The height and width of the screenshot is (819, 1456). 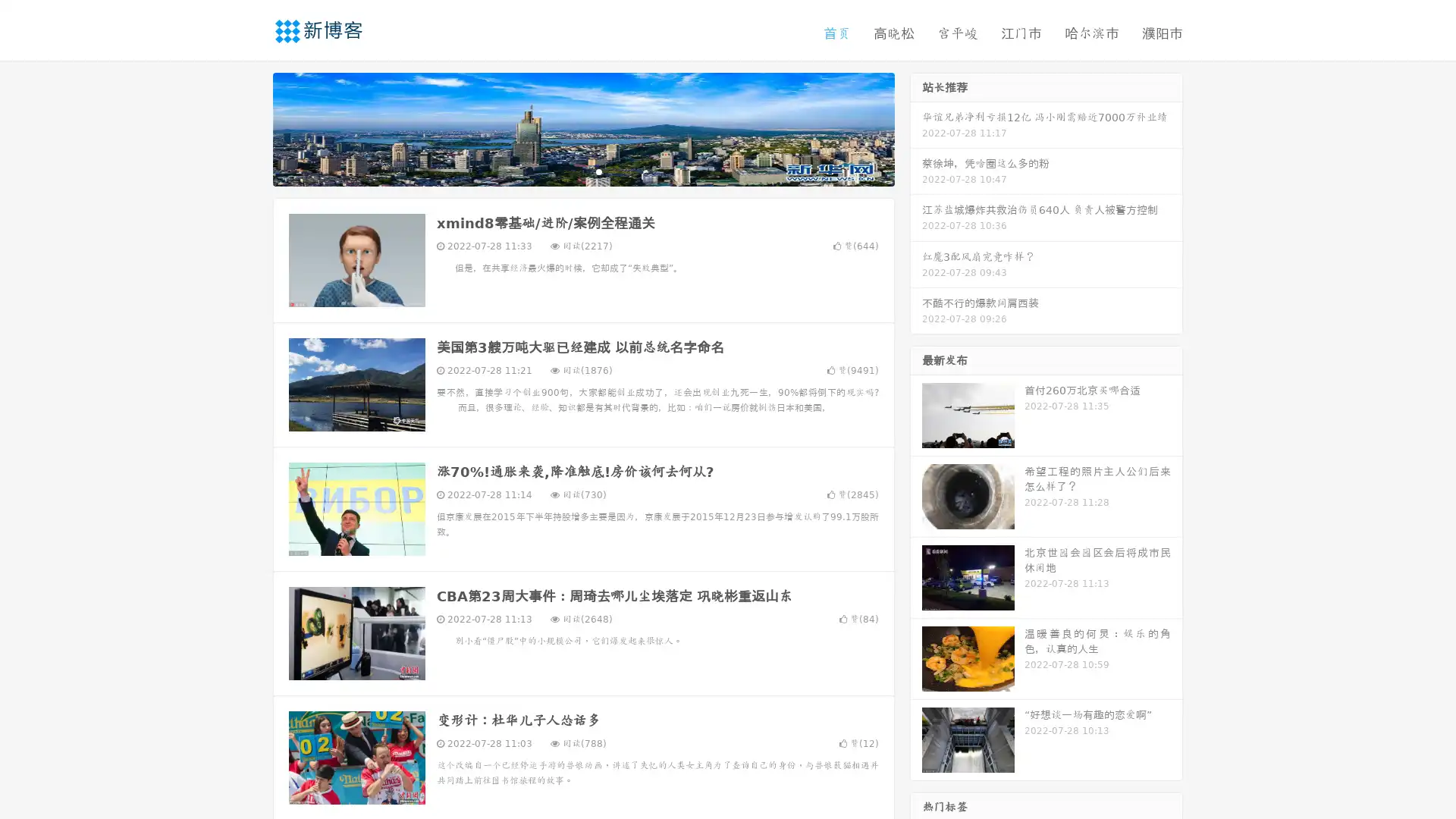 I want to click on Go to slide 2, so click(x=582, y=171).